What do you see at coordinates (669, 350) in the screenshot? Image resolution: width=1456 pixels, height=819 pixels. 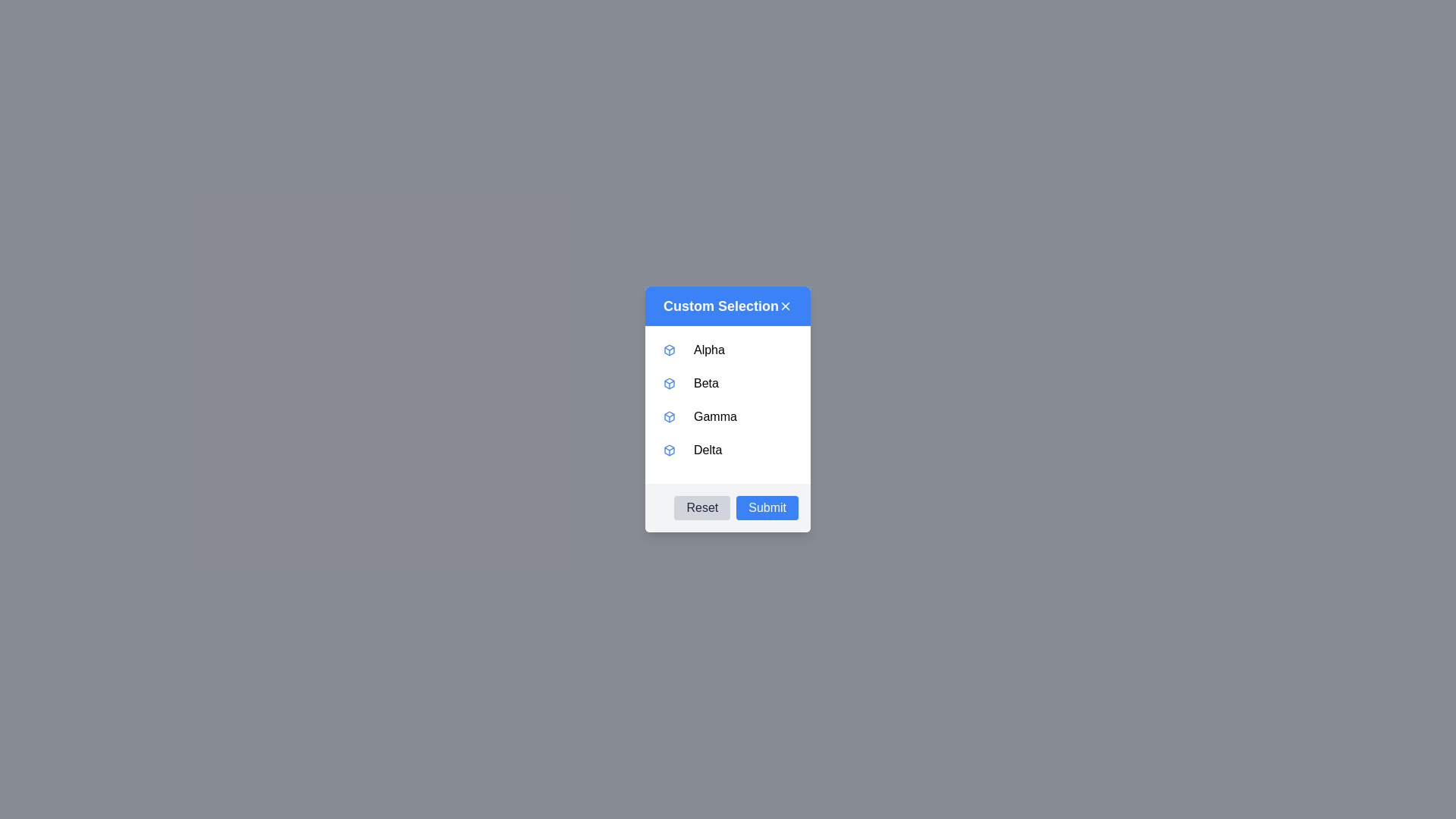 I see `the blue stroke 3D box icon located to the right of the 'Alpha' text label in the 'Custom Selection' dialog` at bounding box center [669, 350].